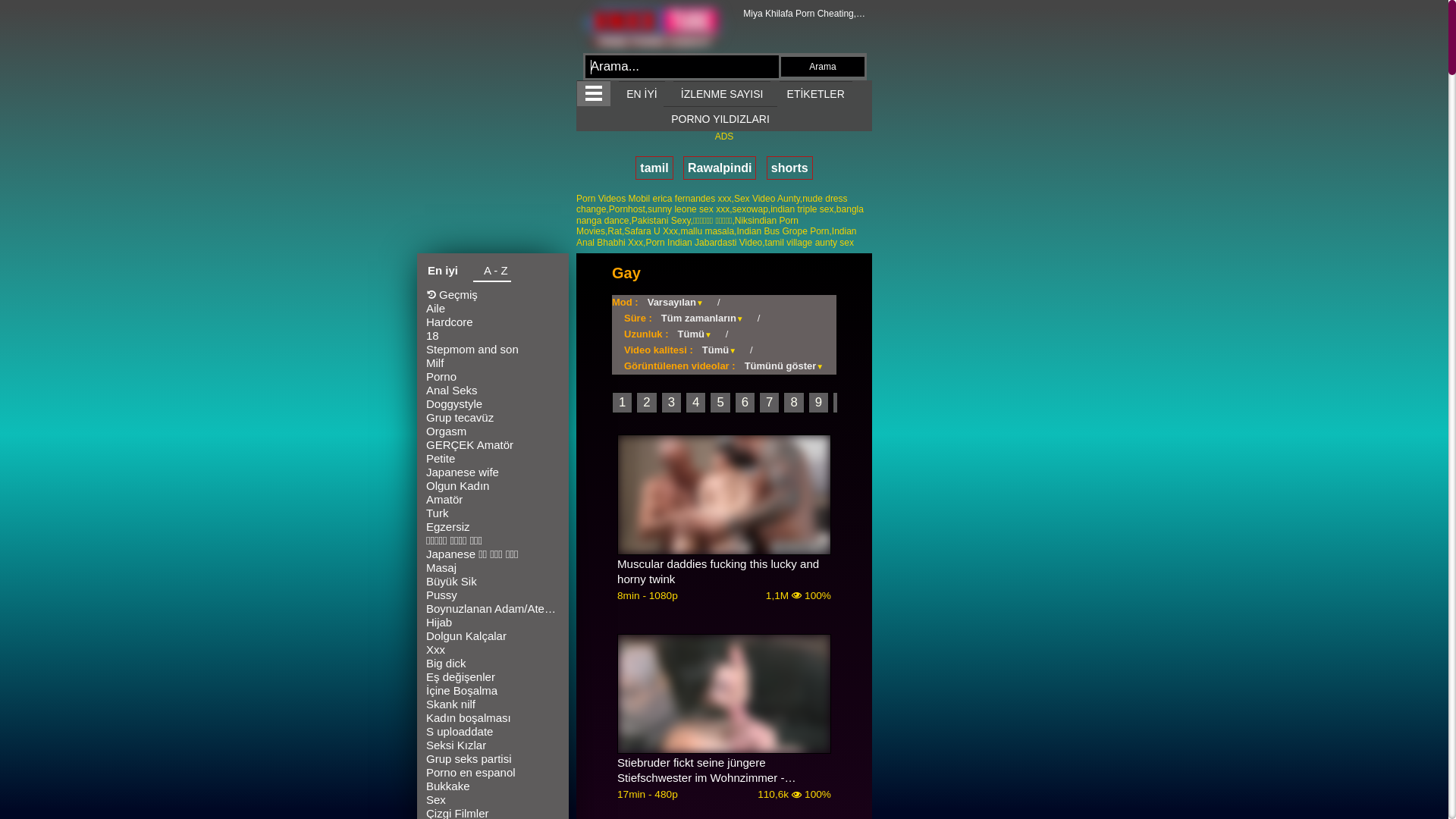  Describe the element at coordinates (491, 271) in the screenshot. I see `'A - Z'` at that location.